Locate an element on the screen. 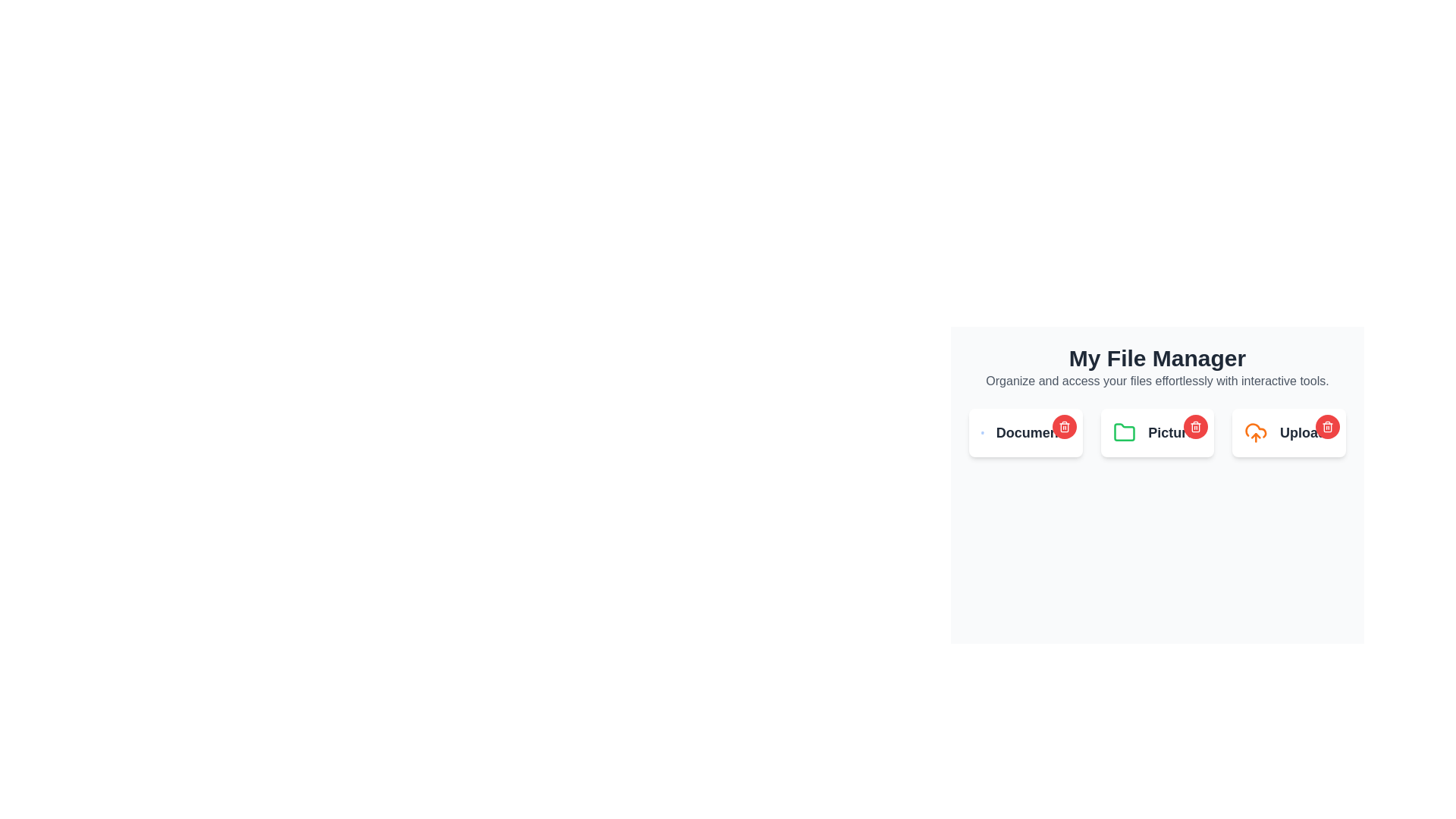  the trash can icon with a red circular background located to the right of the 'Document' button is located at coordinates (1063, 427).